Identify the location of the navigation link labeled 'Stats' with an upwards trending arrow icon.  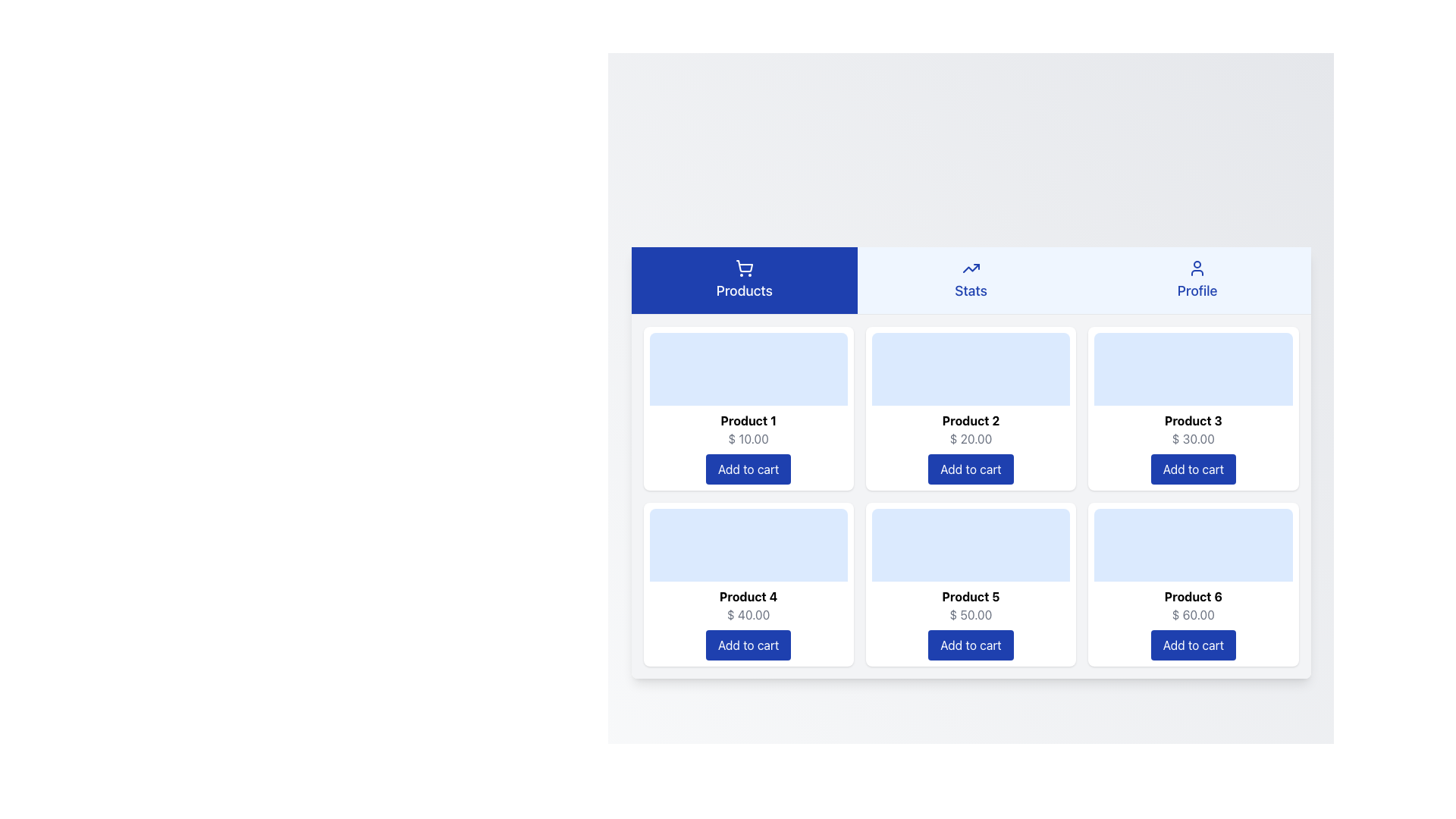
(971, 280).